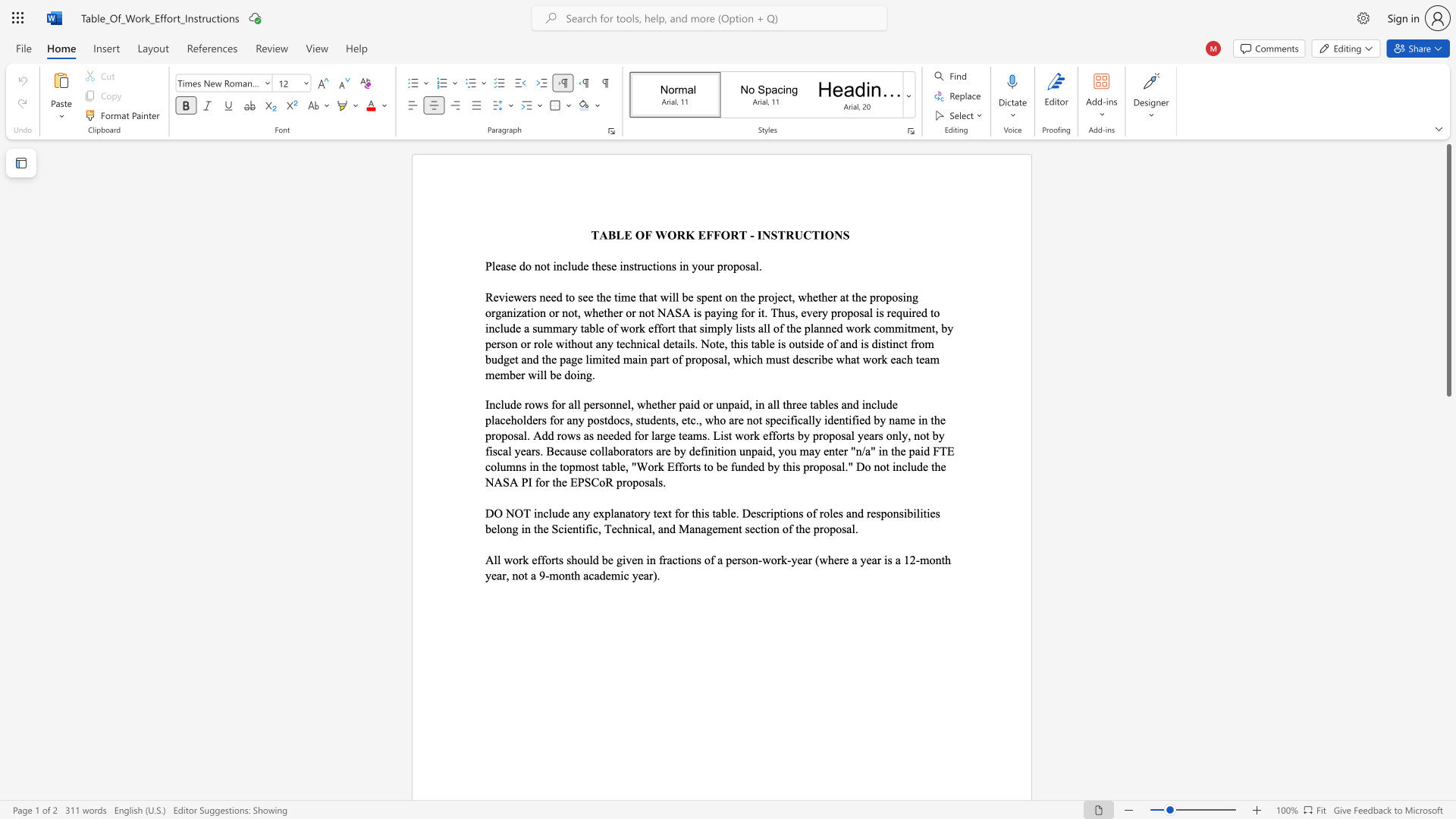 This screenshot has width=1456, height=819. I want to click on the scrollbar to scroll downward, so click(1448, 742).